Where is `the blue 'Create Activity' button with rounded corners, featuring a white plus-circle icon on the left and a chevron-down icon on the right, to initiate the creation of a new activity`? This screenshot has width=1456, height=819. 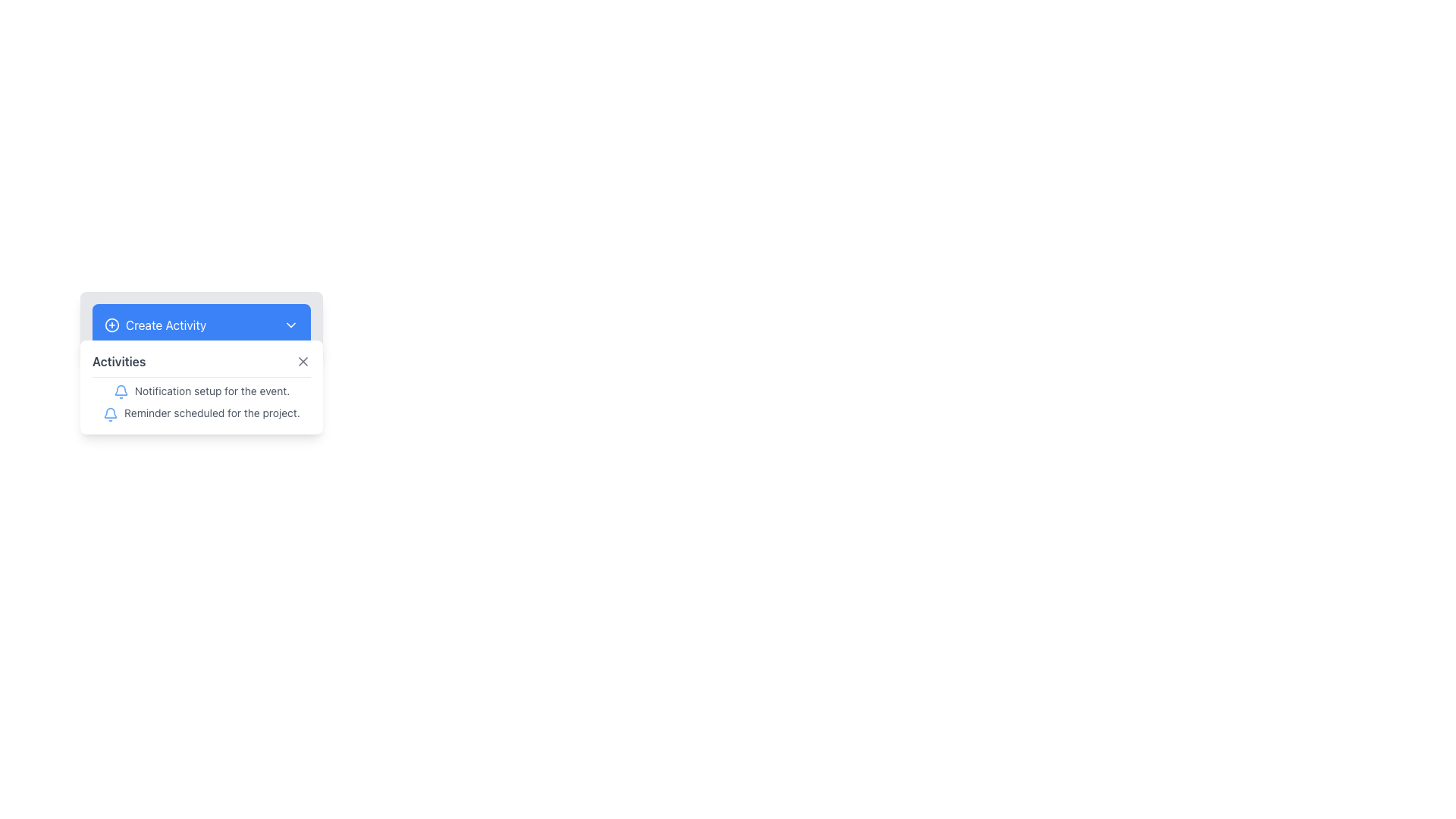
the blue 'Create Activity' button with rounded corners, featuring a white plus-circle icon on the left and a chevron-down icon on the right, to initiate the creation of a new activity is located at coordinates (200, 324).